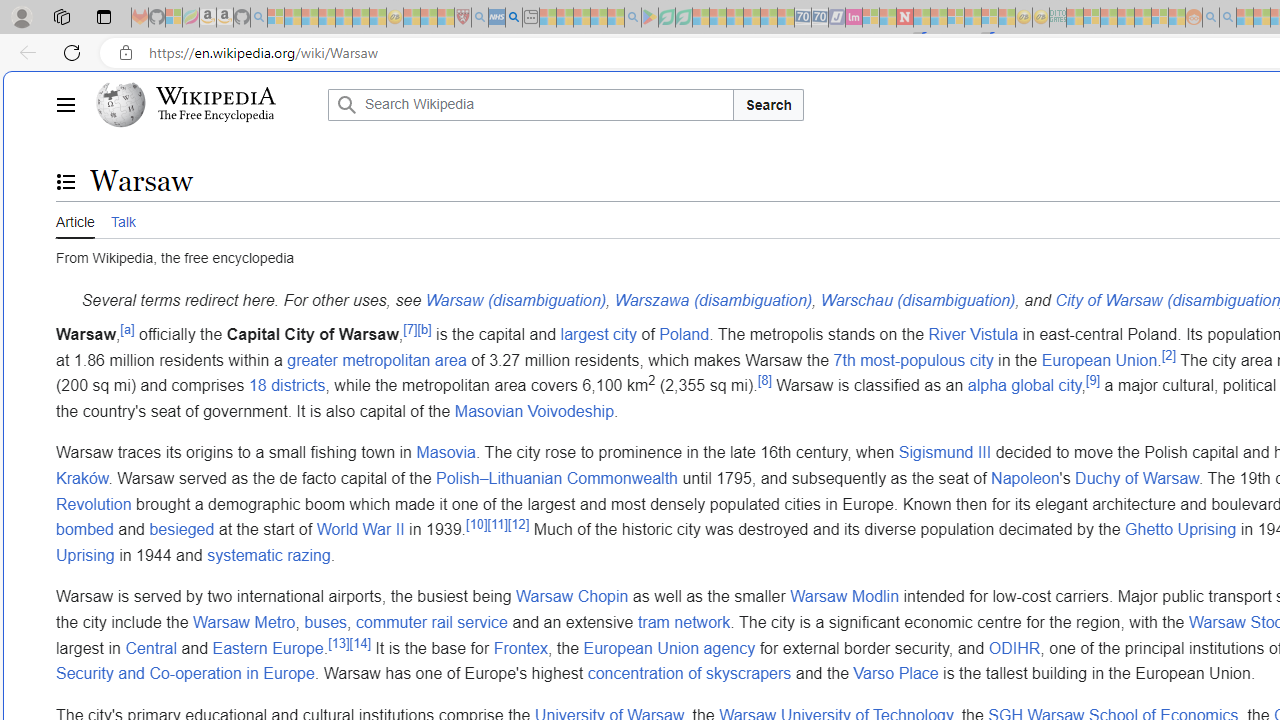 This screenshot has height=720, width=1280. Describe the element at coordinates (150, 648) in the screenshot. I see `'Central'` at that location.